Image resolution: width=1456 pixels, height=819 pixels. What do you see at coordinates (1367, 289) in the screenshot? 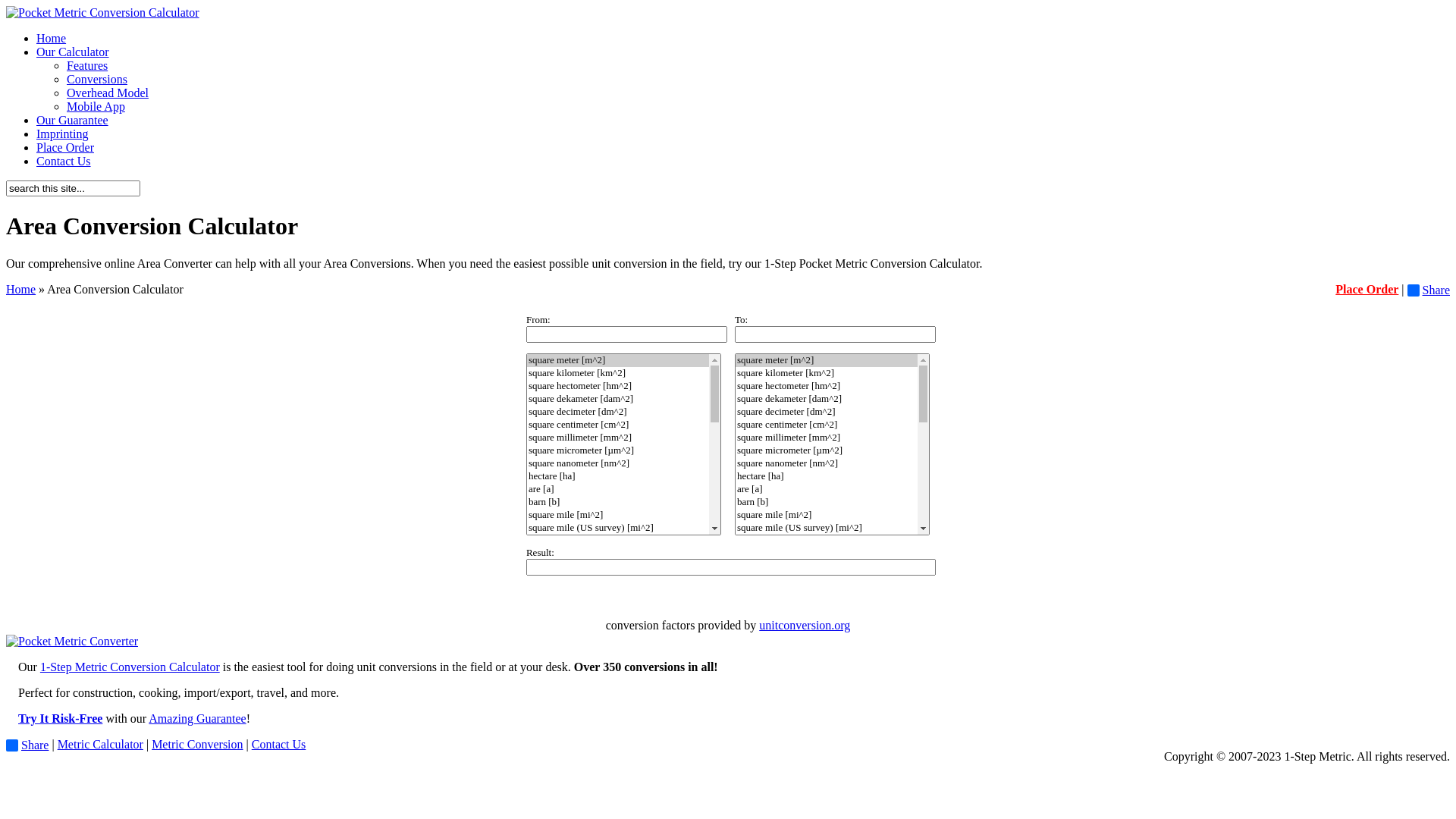
I see `'Place Order'` at bounding box center [1367, 289].